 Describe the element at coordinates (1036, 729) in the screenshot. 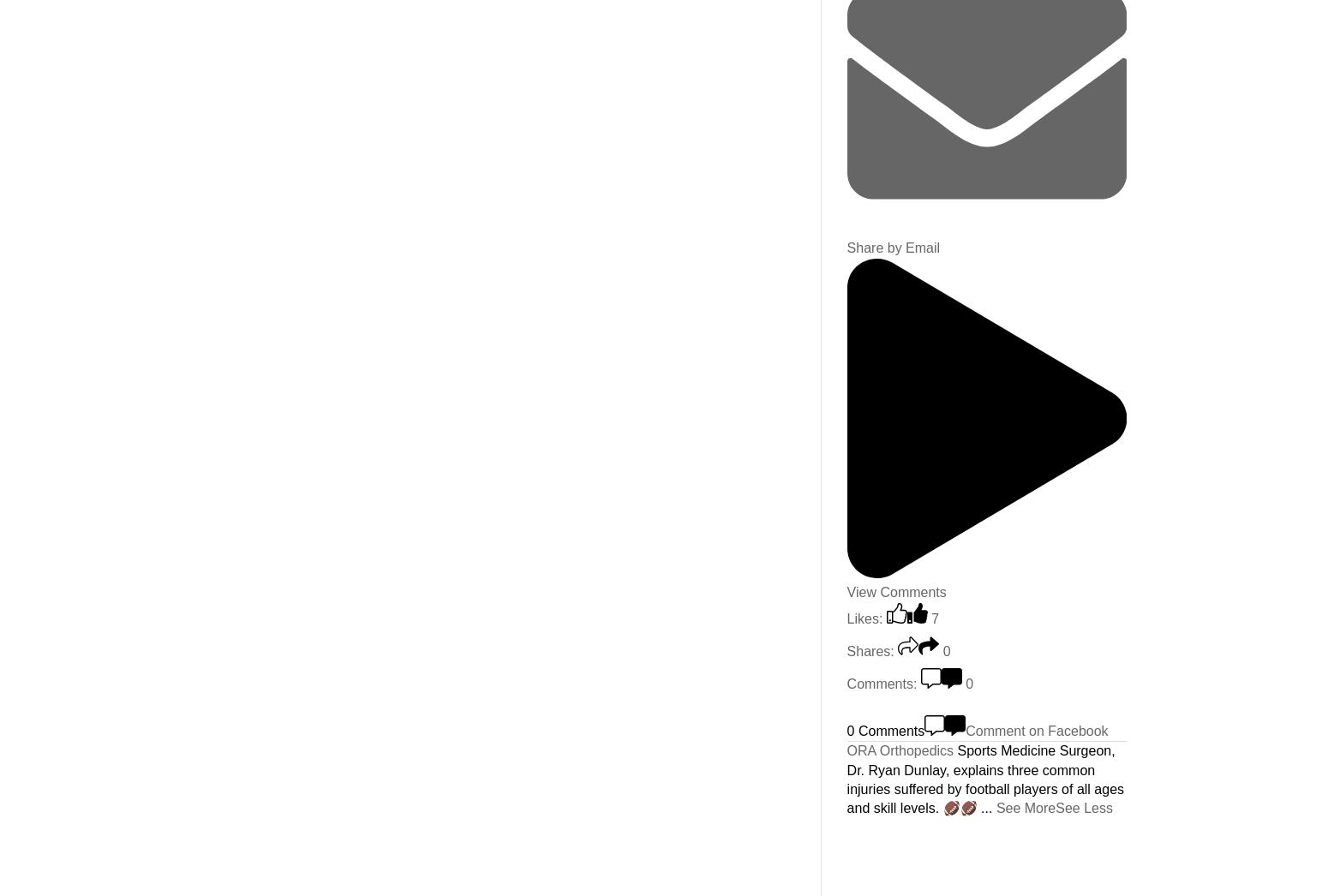

I see `'Comment on Facebook'` at that location.